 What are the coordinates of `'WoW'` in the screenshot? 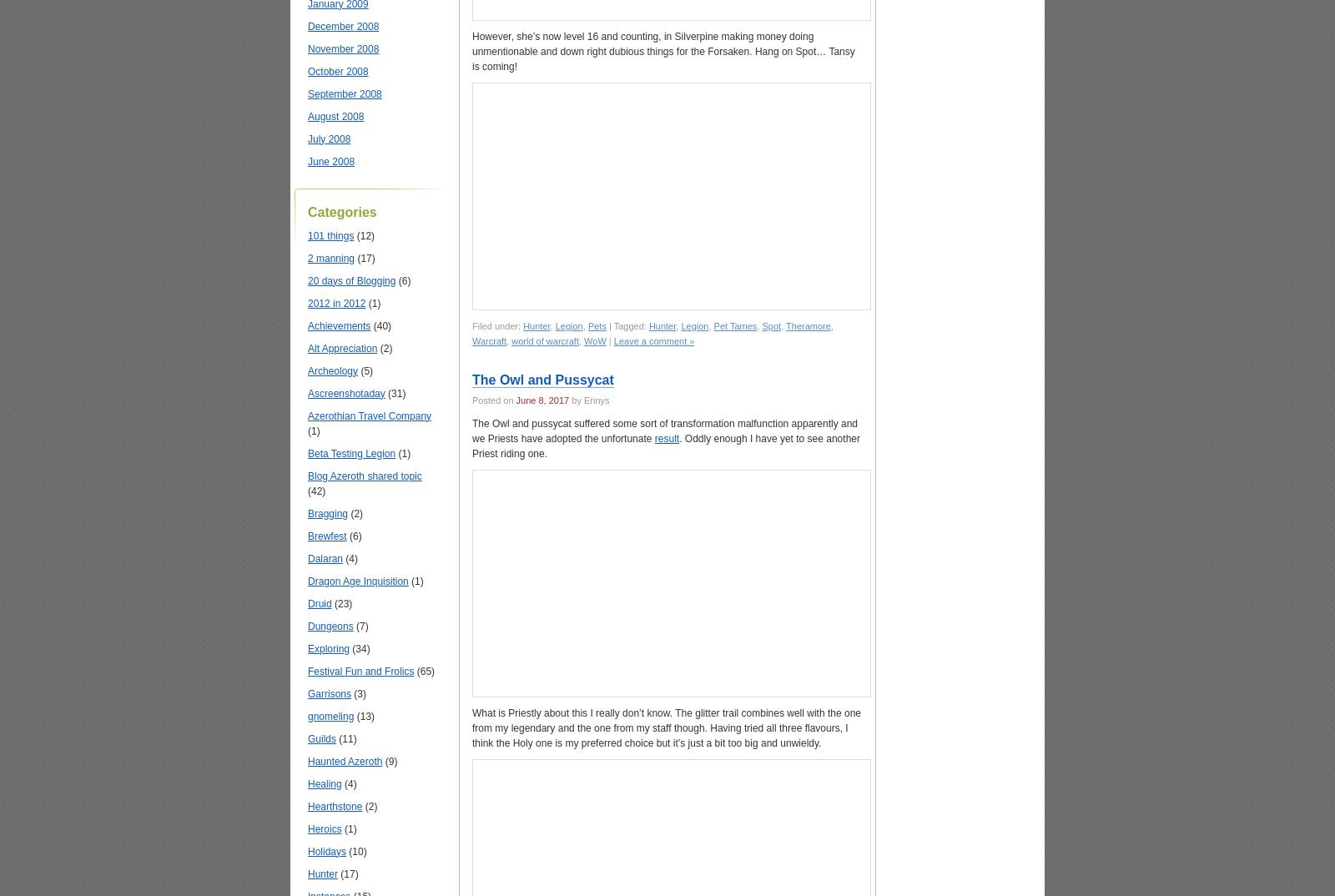 It's located at (594, 340).